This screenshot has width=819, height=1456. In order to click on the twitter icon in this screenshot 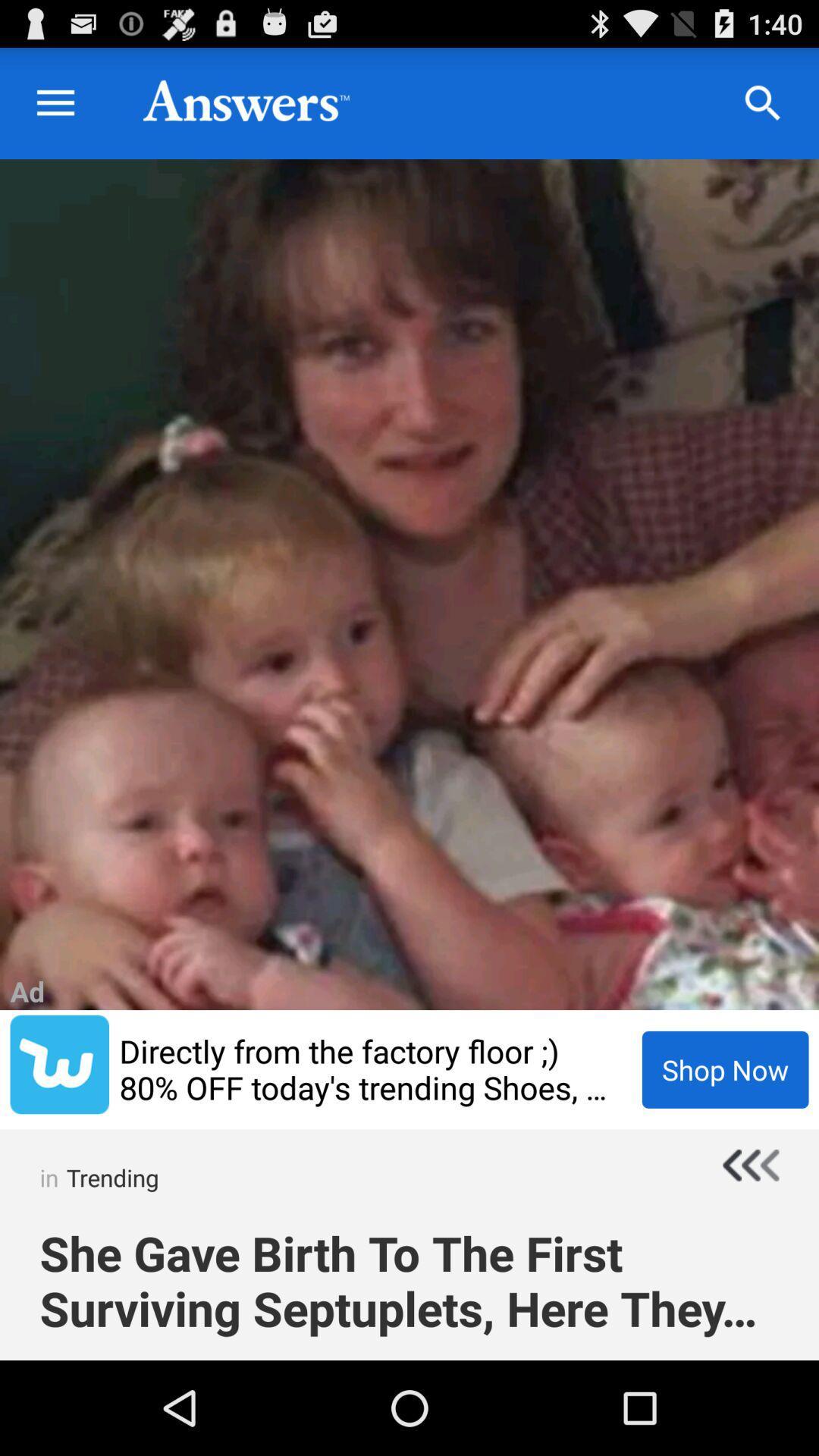, I will do `click(58, 1144)`.